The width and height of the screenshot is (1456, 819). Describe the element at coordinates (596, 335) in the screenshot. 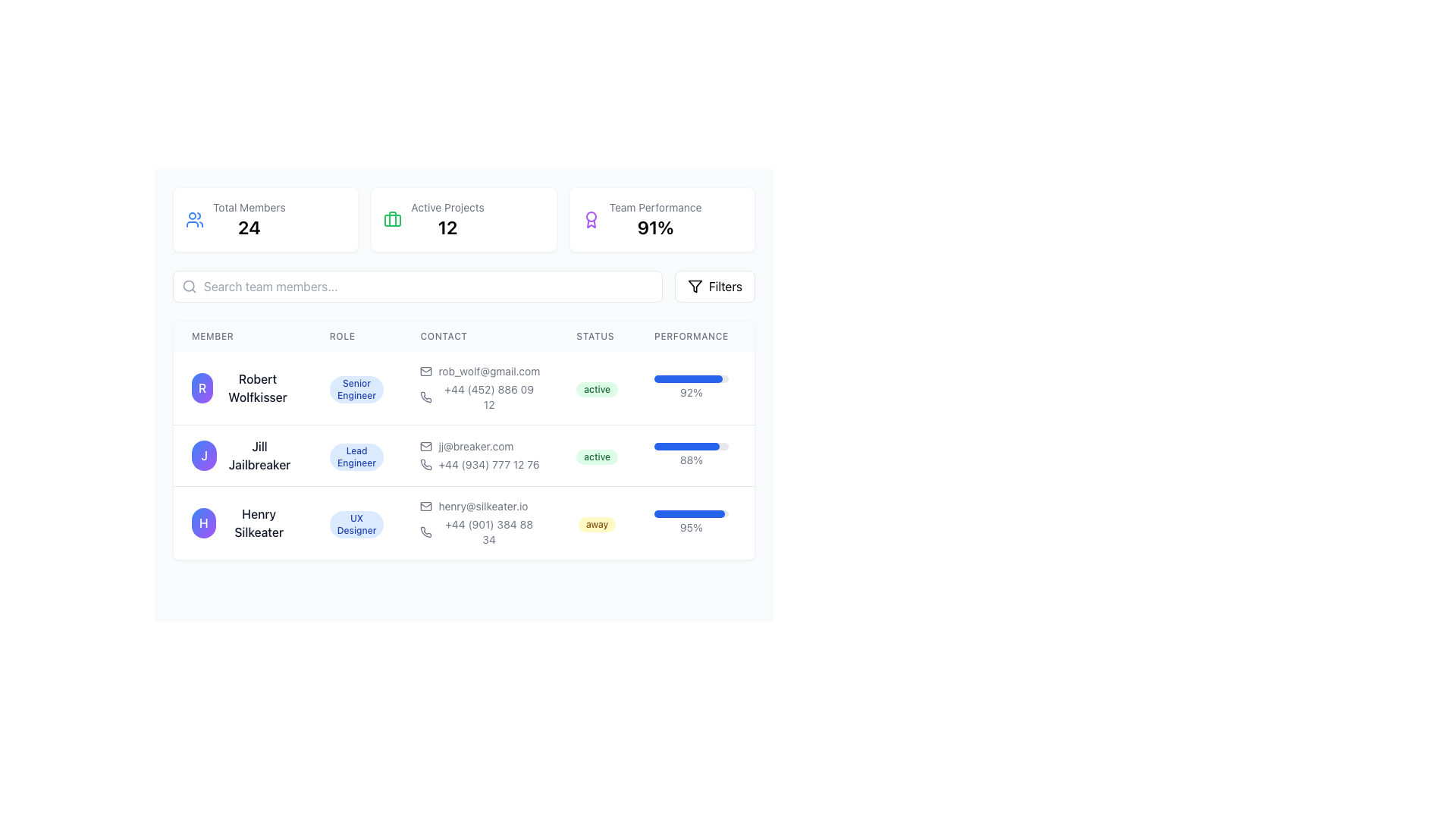

I see `the 'Status' text label element, which is the fourth column header in the tabular layout, displaying the label in uppercase gray sans-serif font` at that location.